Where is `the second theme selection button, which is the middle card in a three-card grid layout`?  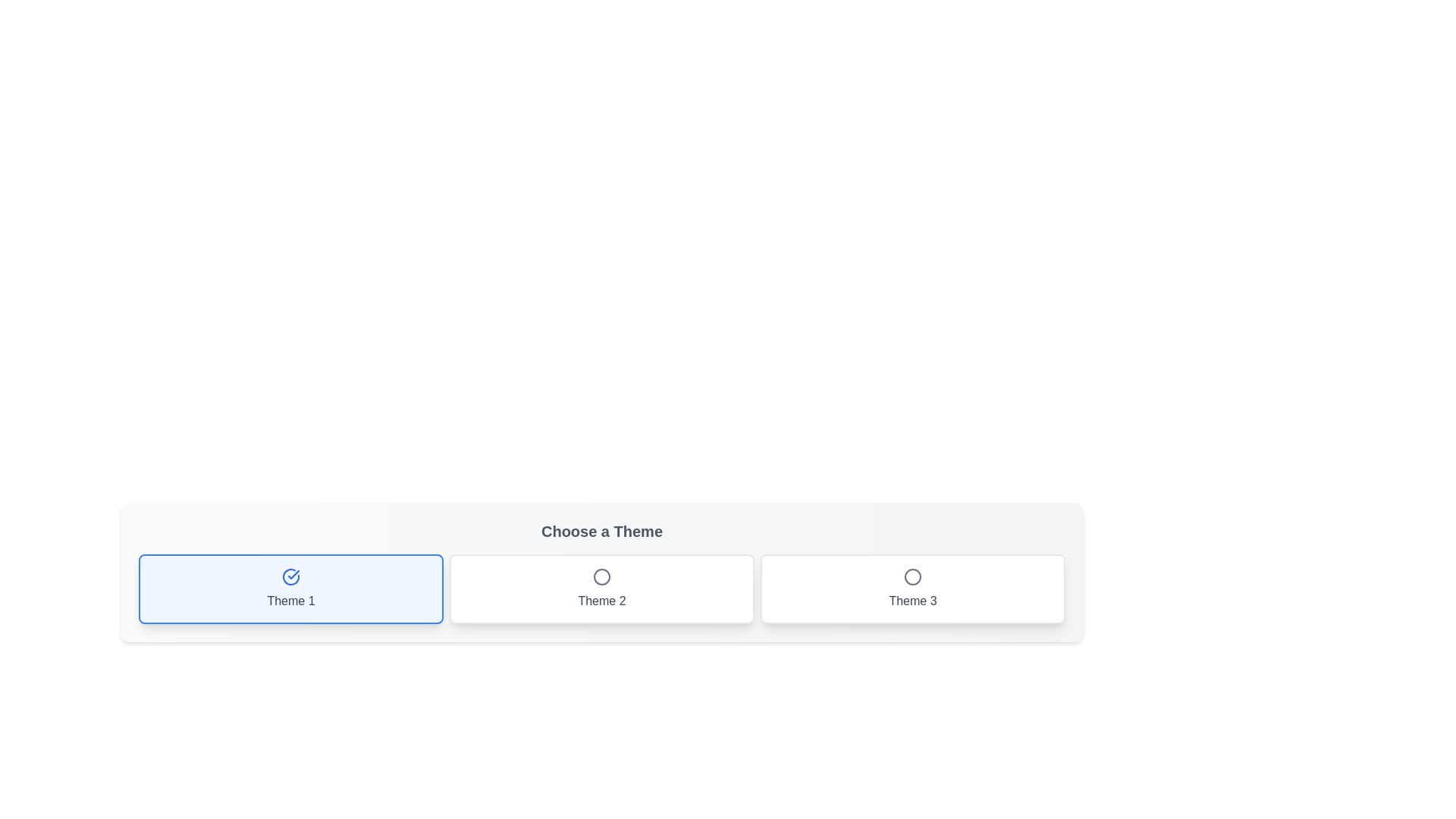
the second theme selection button, which is the middle card in a three-card grid layout is located at coordinates (601, 588).